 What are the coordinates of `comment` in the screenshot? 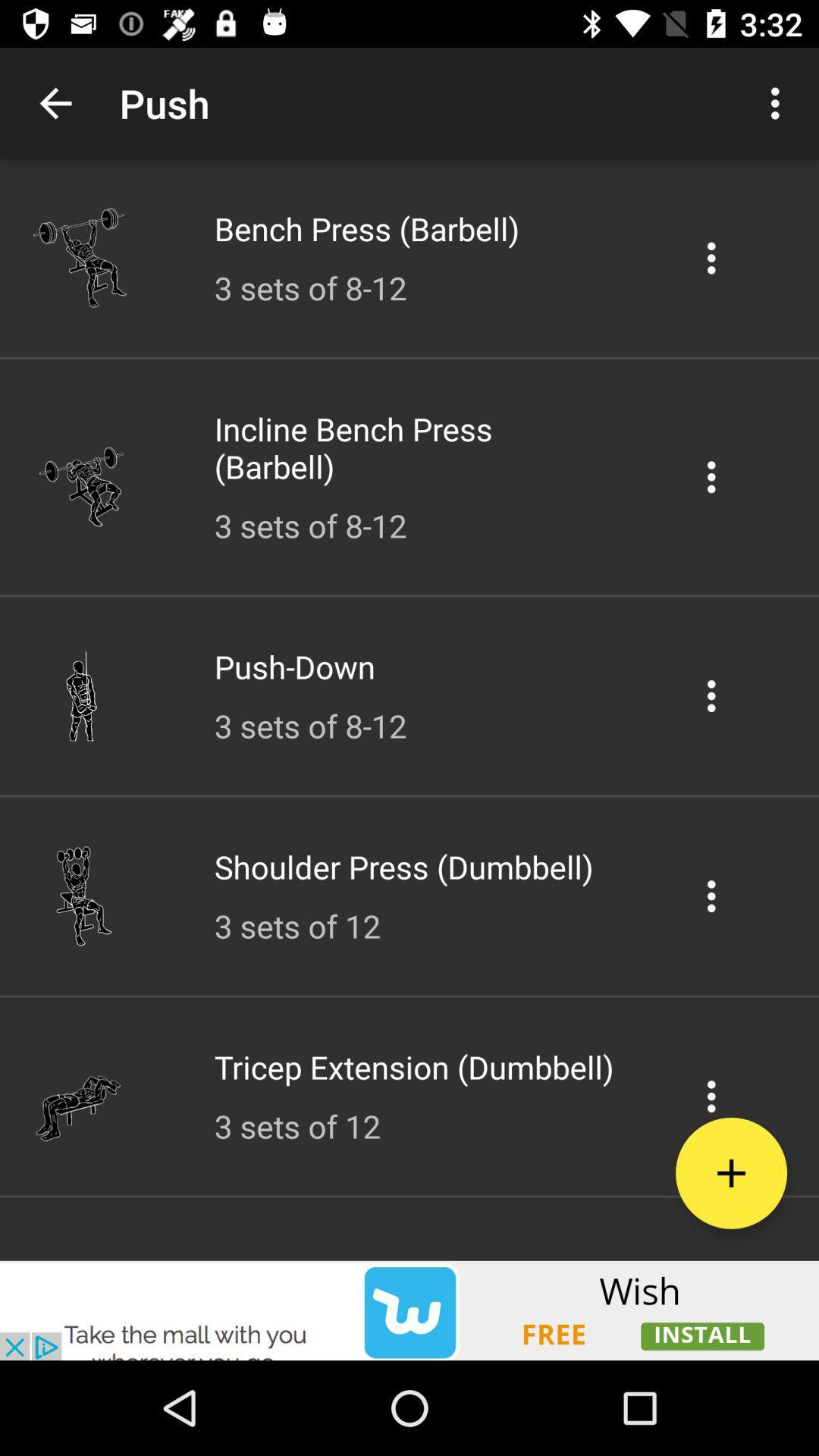 It's located at (711, 476).